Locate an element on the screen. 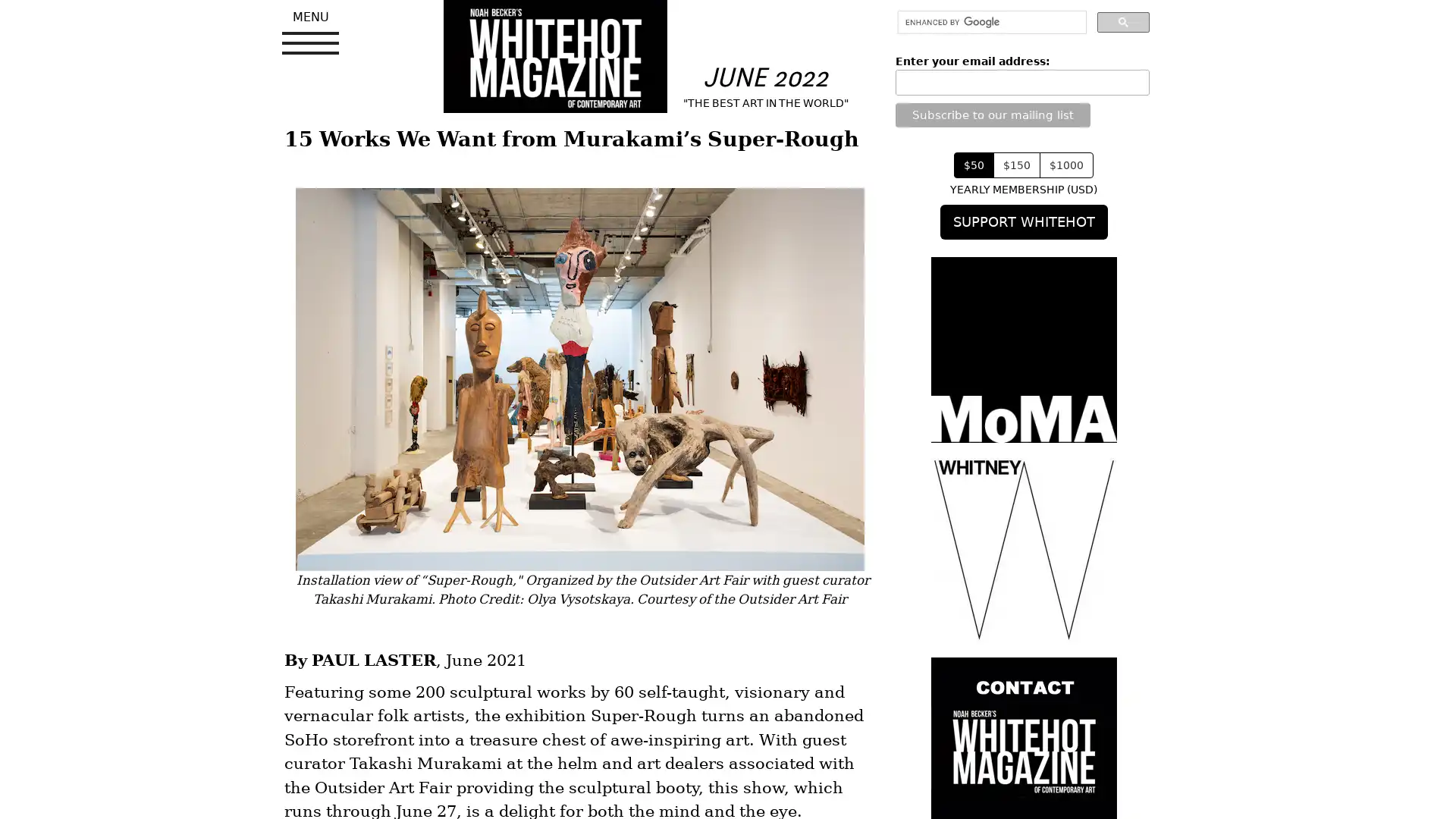 The height and width of the screenshot is (819, 1456). SUPPORT WHITEHOT is located at coordinates (1023, 221).